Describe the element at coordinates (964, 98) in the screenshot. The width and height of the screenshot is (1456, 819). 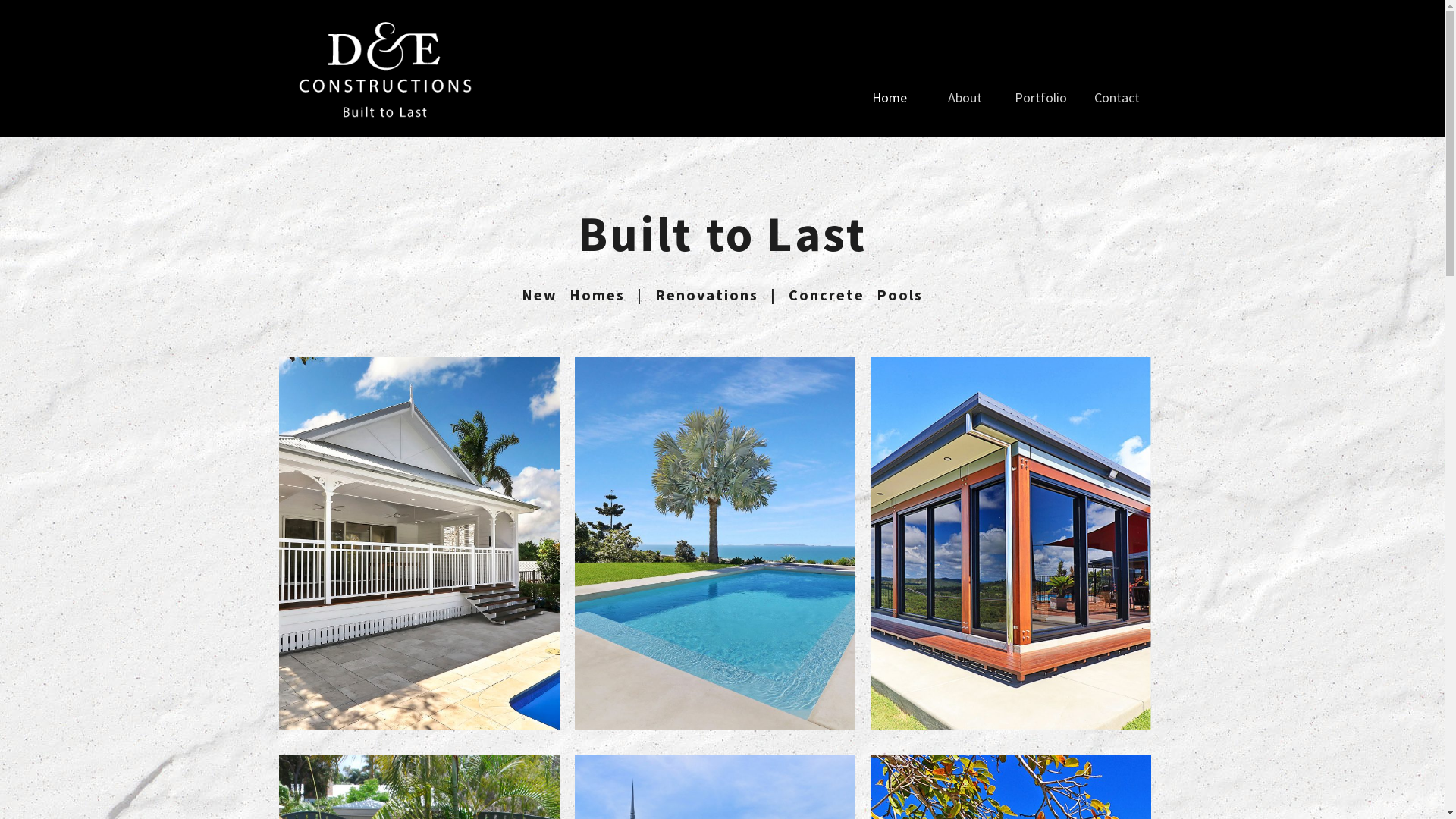
I see `'About'` at that location.